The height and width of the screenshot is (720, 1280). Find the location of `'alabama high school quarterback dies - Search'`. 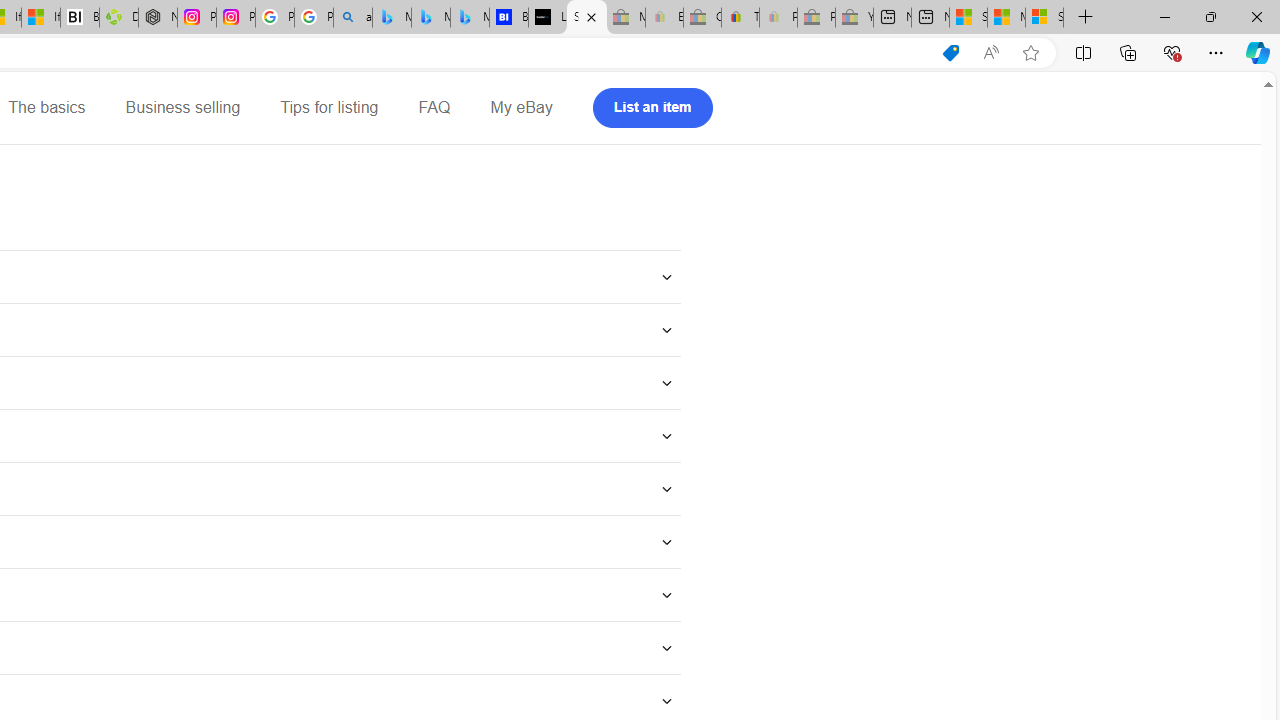

'alabama high school quarterback dies - Search' is located at coordinates (353, 17).